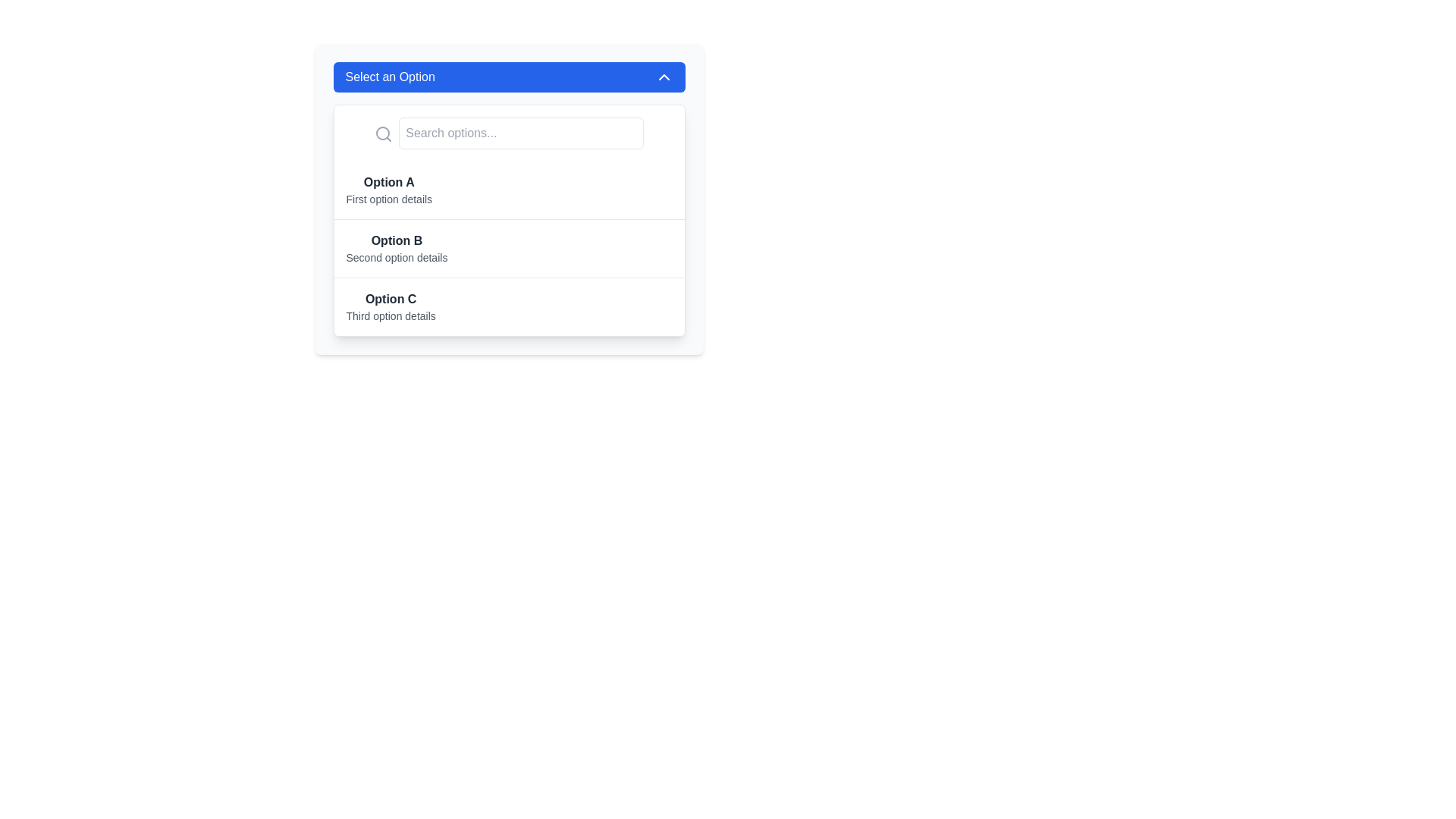 This screenshot has height=819, width=1456. Describe the element at coordinates (509, 198) in the screenshot. I see `an option in the dropdown menu with a search bar` at that location.